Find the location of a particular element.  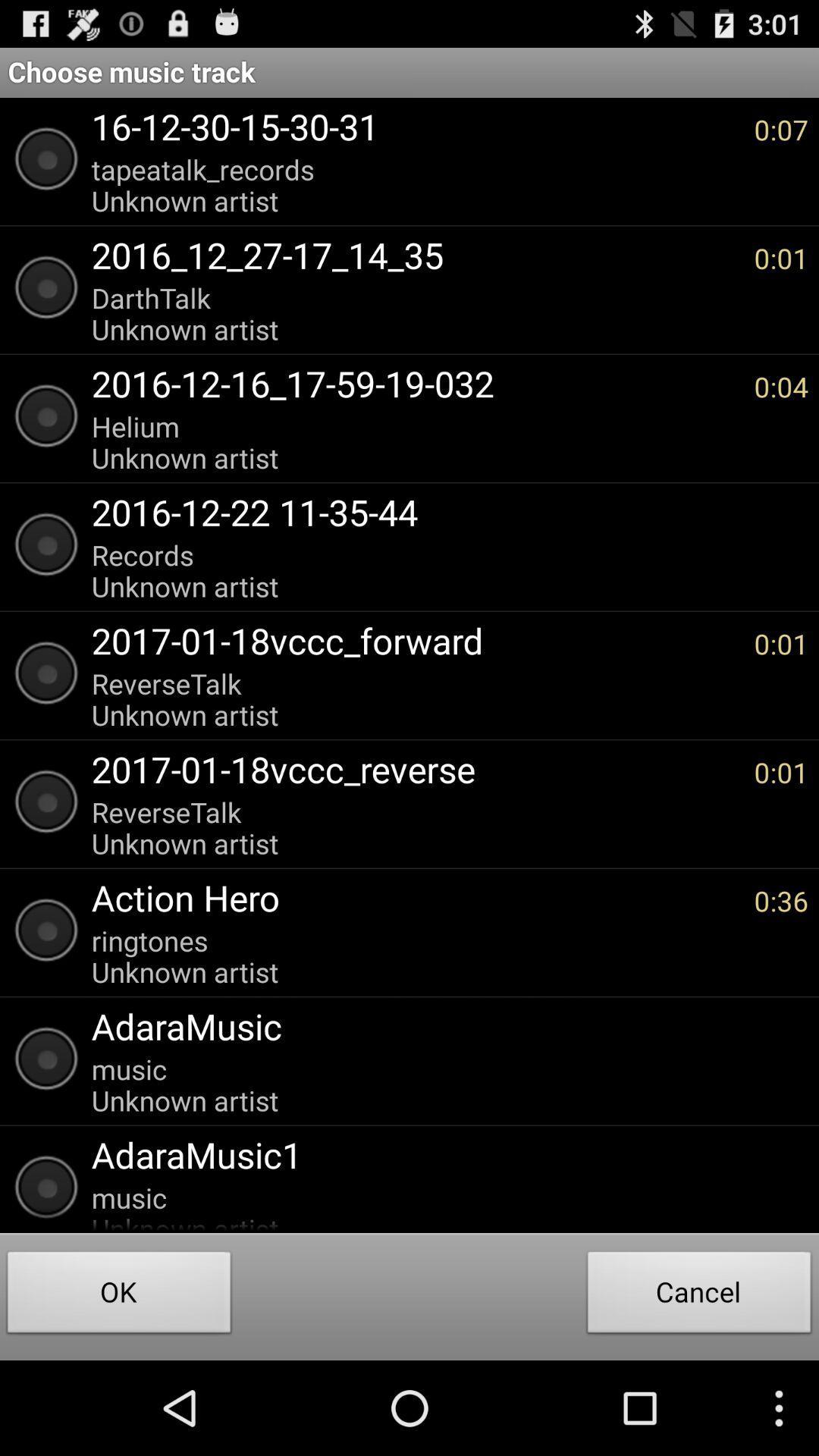

the cancel is located at coordinates (699, 1295).